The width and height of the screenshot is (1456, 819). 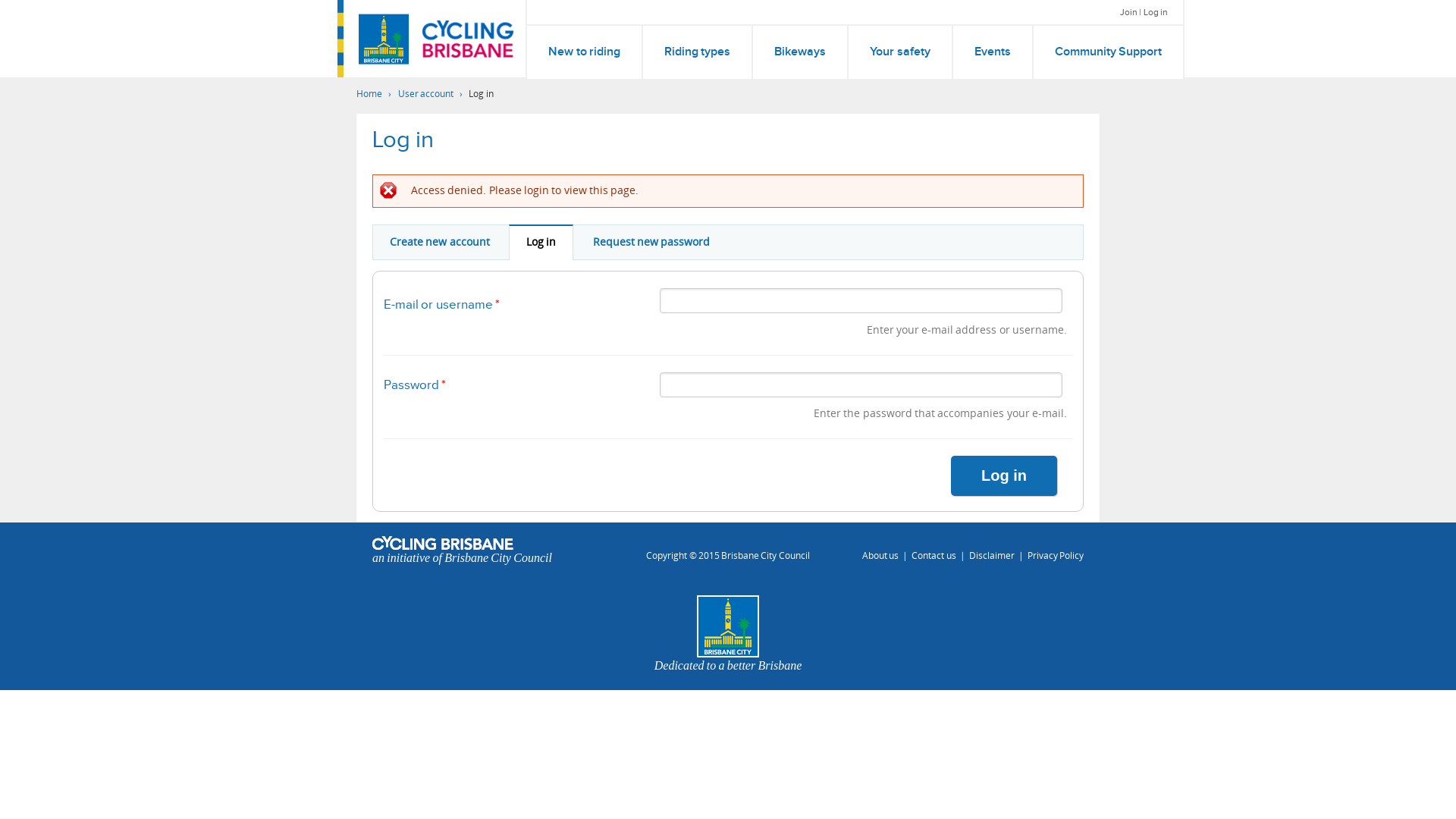 What do you see at coordinates (467, 38) in the screenshot?
I see `'Cycling Brisbane'` at bounding box center [467, 38].